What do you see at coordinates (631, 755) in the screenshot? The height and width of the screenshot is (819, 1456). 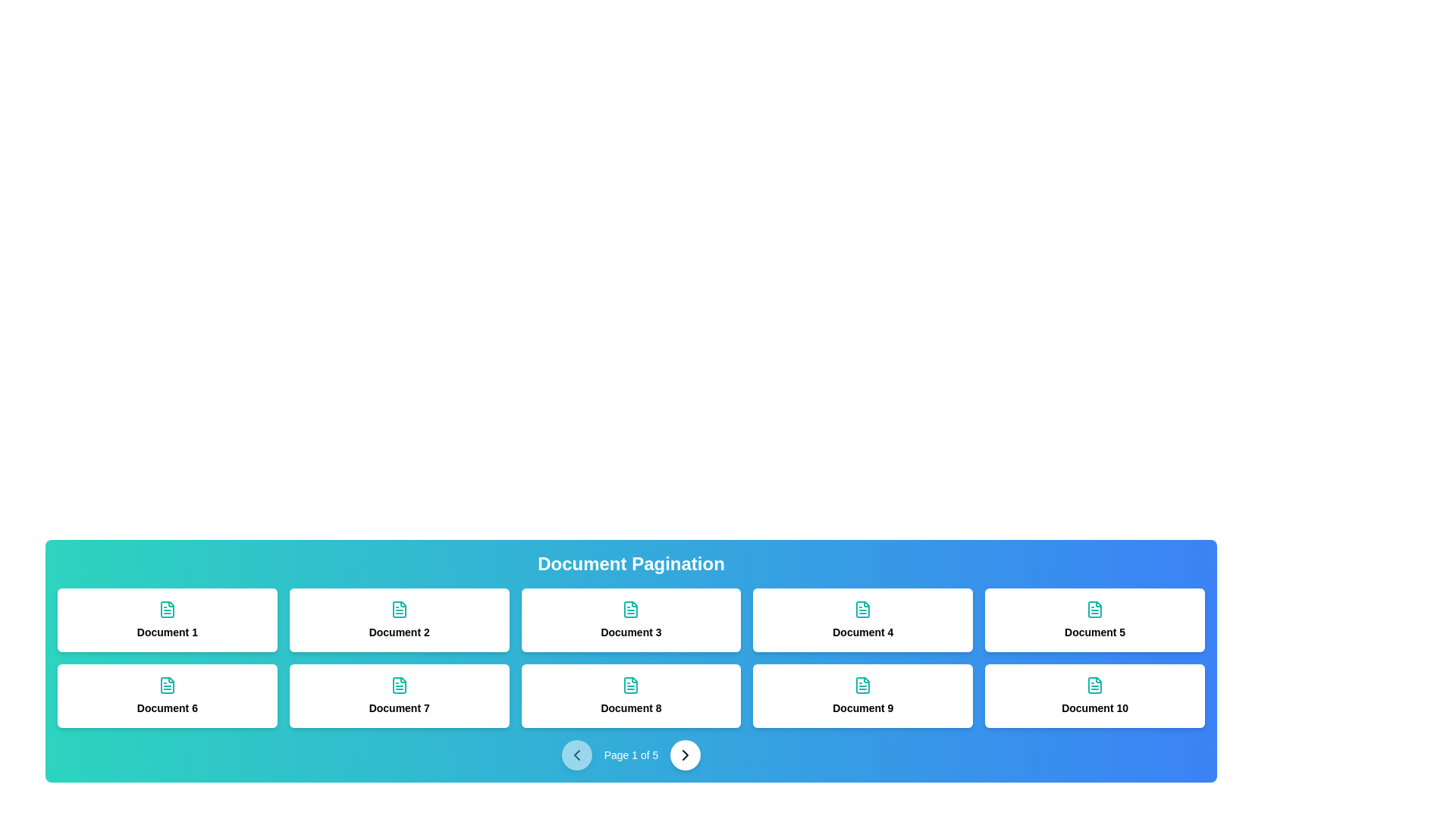 I see `the static informational text displaying 'Page 1 of 5' in the pagination footer to read its content` at bounding box center [631, 755].